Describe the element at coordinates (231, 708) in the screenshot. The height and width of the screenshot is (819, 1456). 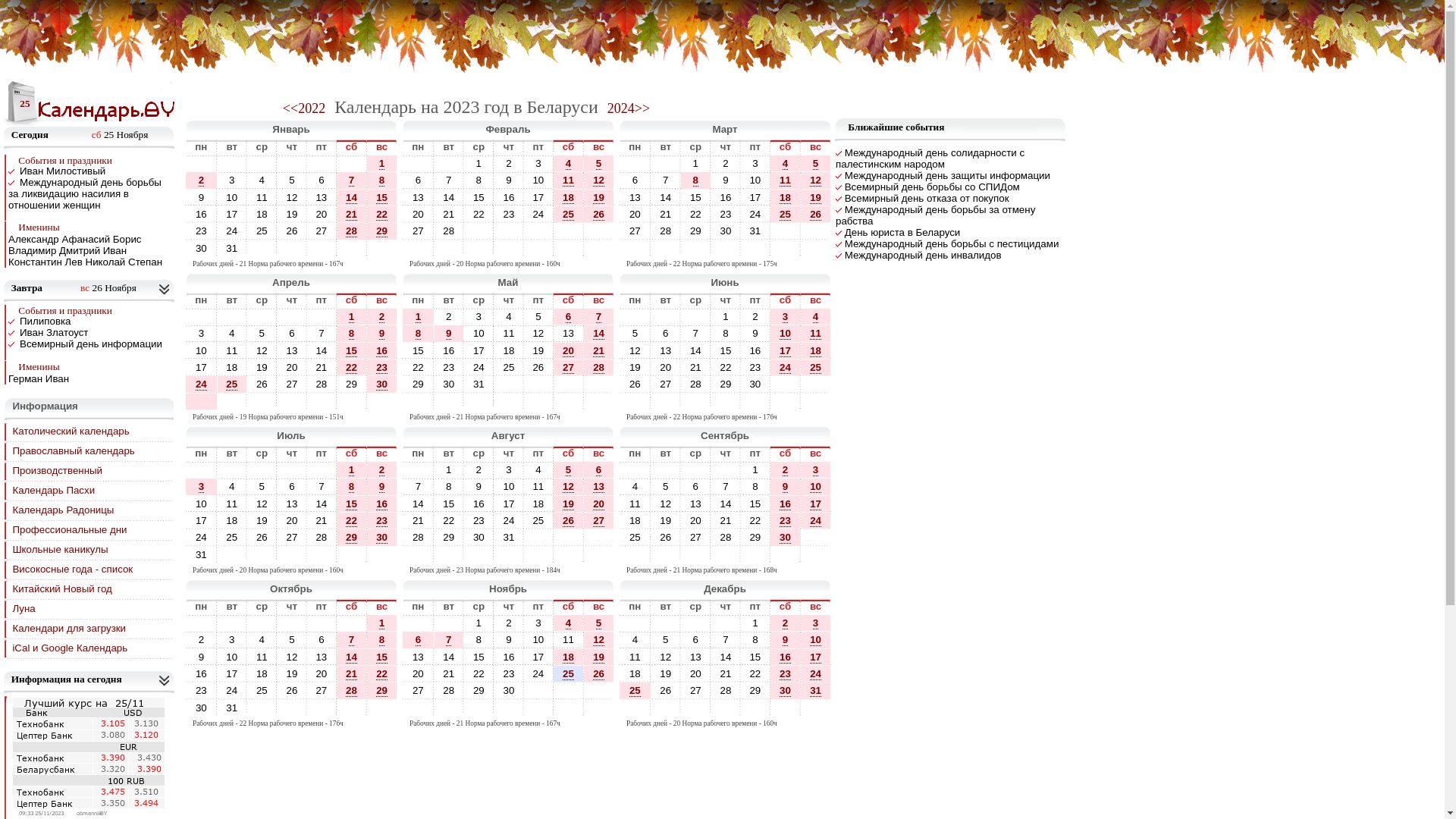
I see `'31'` at that location.